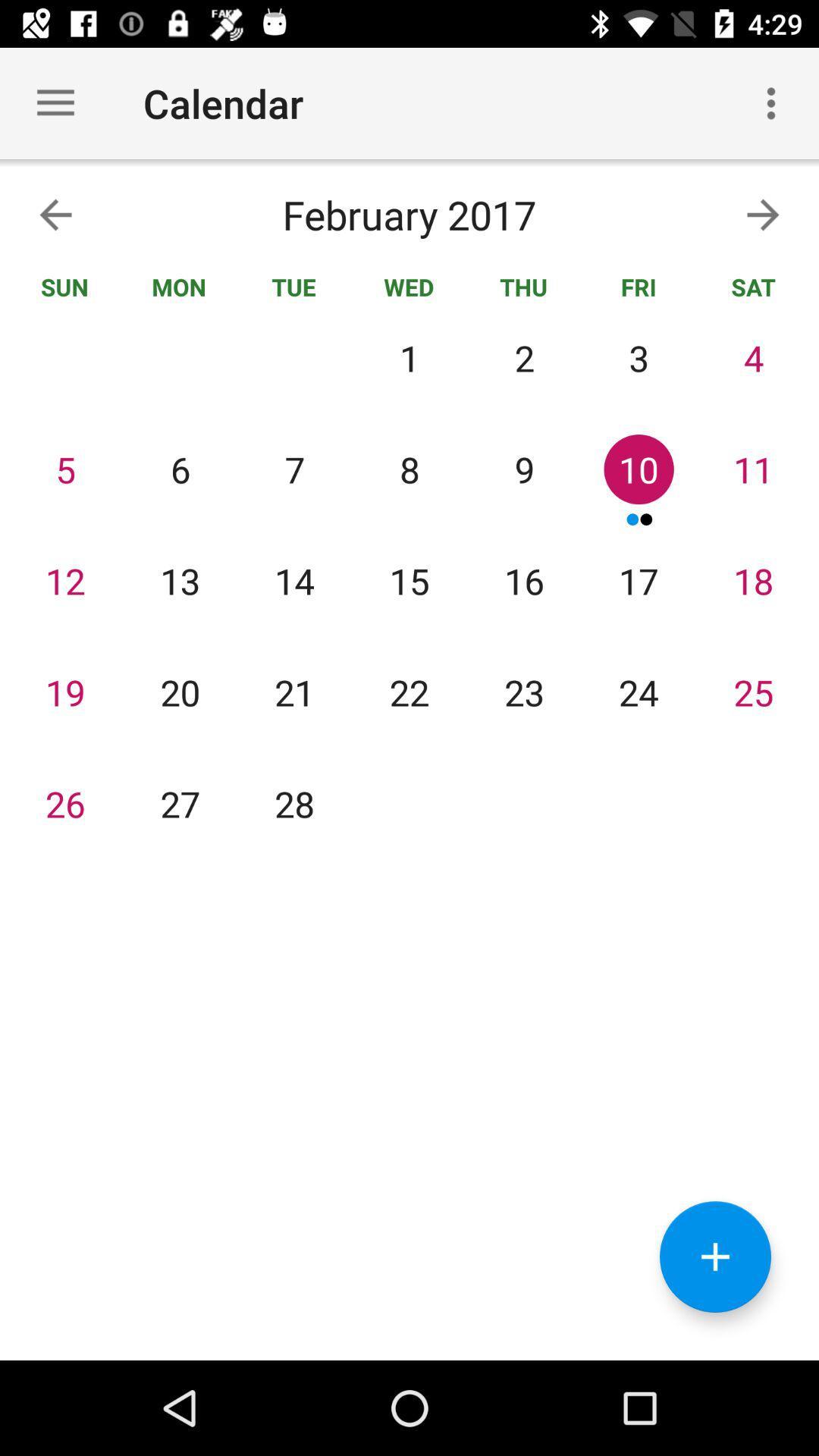 Image resolution: width=819 pixels, height=1456 pixels. What do you see at coordinates (715, 1257) in the screenshot?
I see `event` at bounding box center [715, 1257].